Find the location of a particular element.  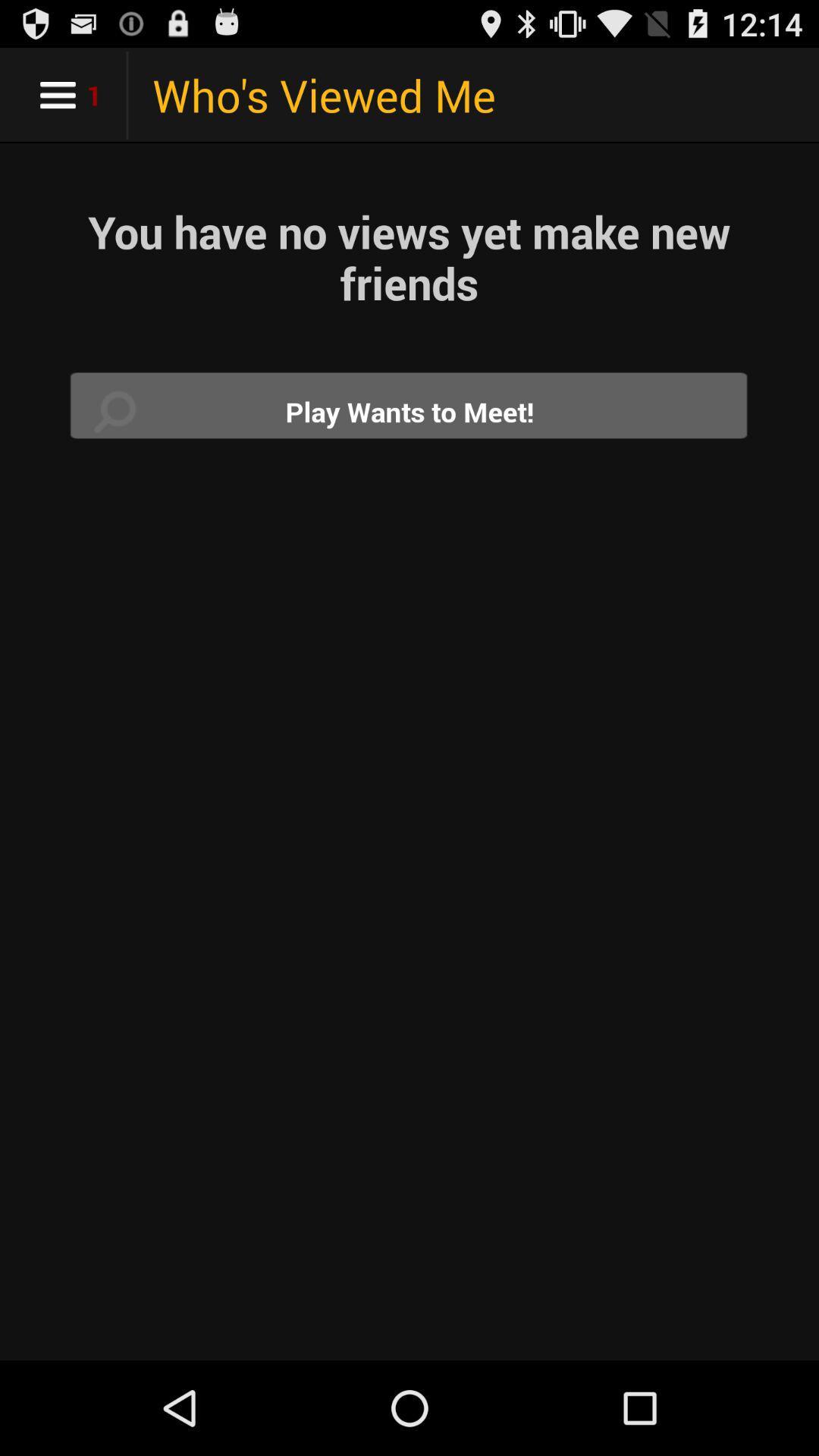

play wants to meet is located at coordinates (409, 411).